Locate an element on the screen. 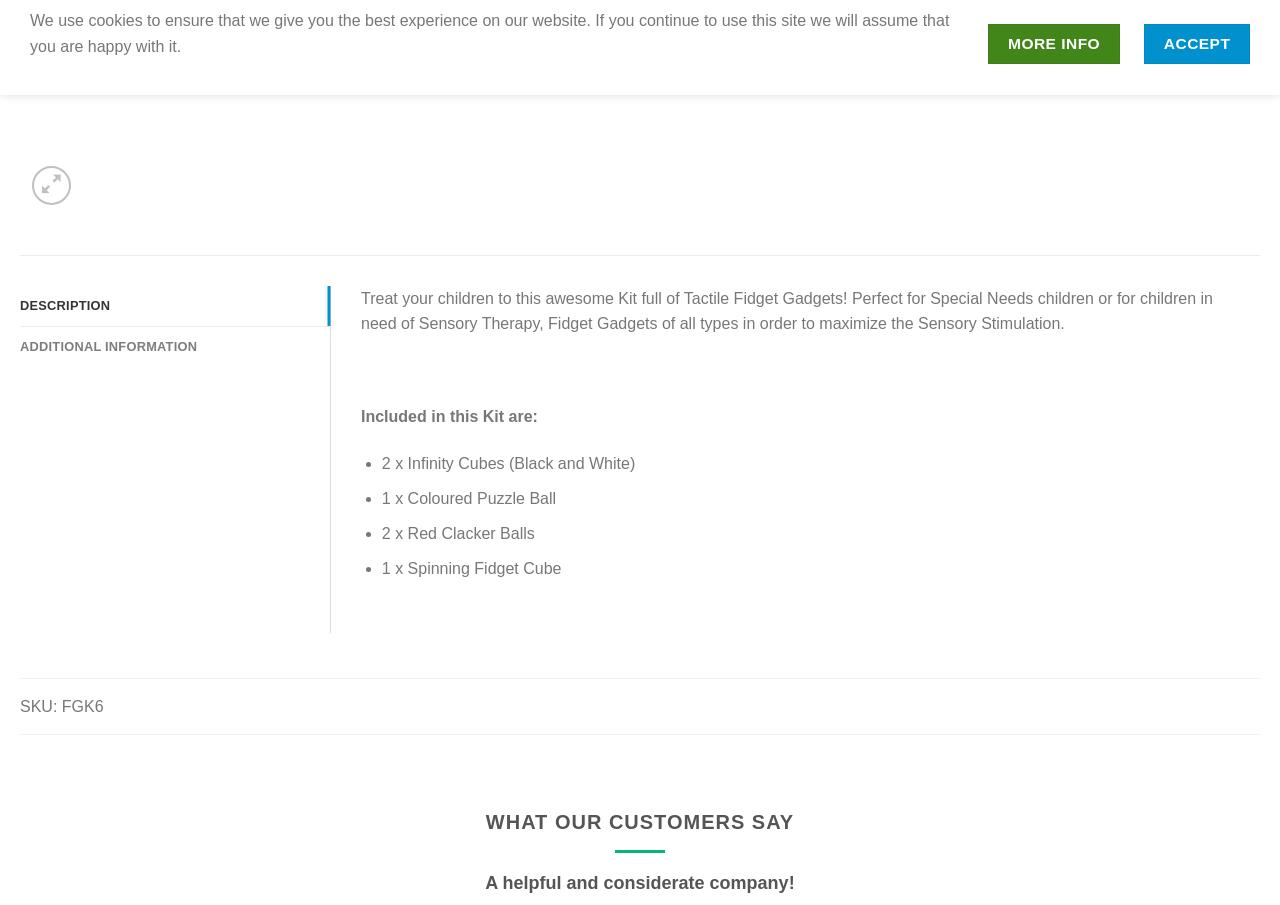 This screenshot has height=905, width=1280. 'Accept' is located at coordinates (1196, 42).